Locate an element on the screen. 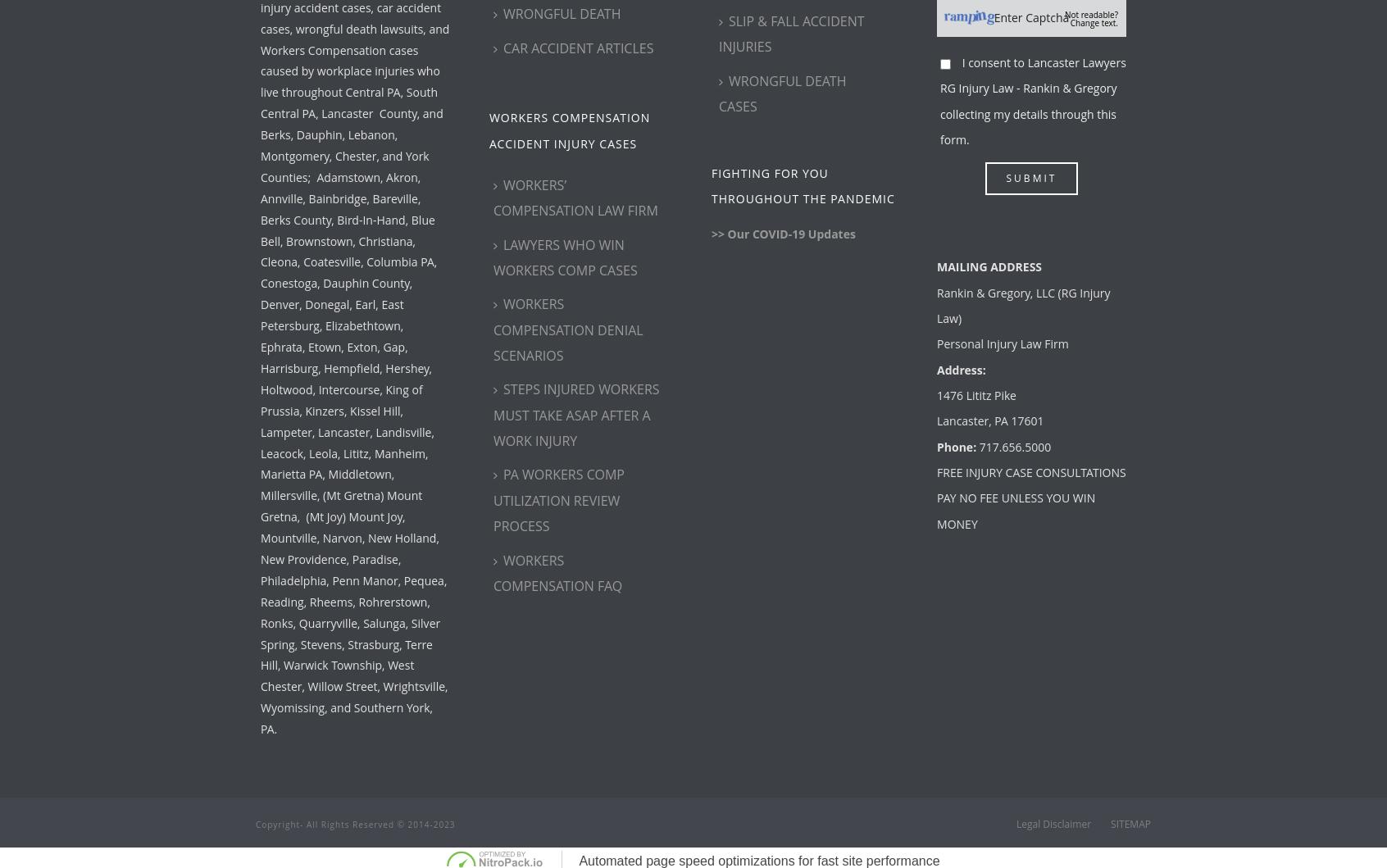  'Not readable? Change text.' is located at coordinates (1089, 18).